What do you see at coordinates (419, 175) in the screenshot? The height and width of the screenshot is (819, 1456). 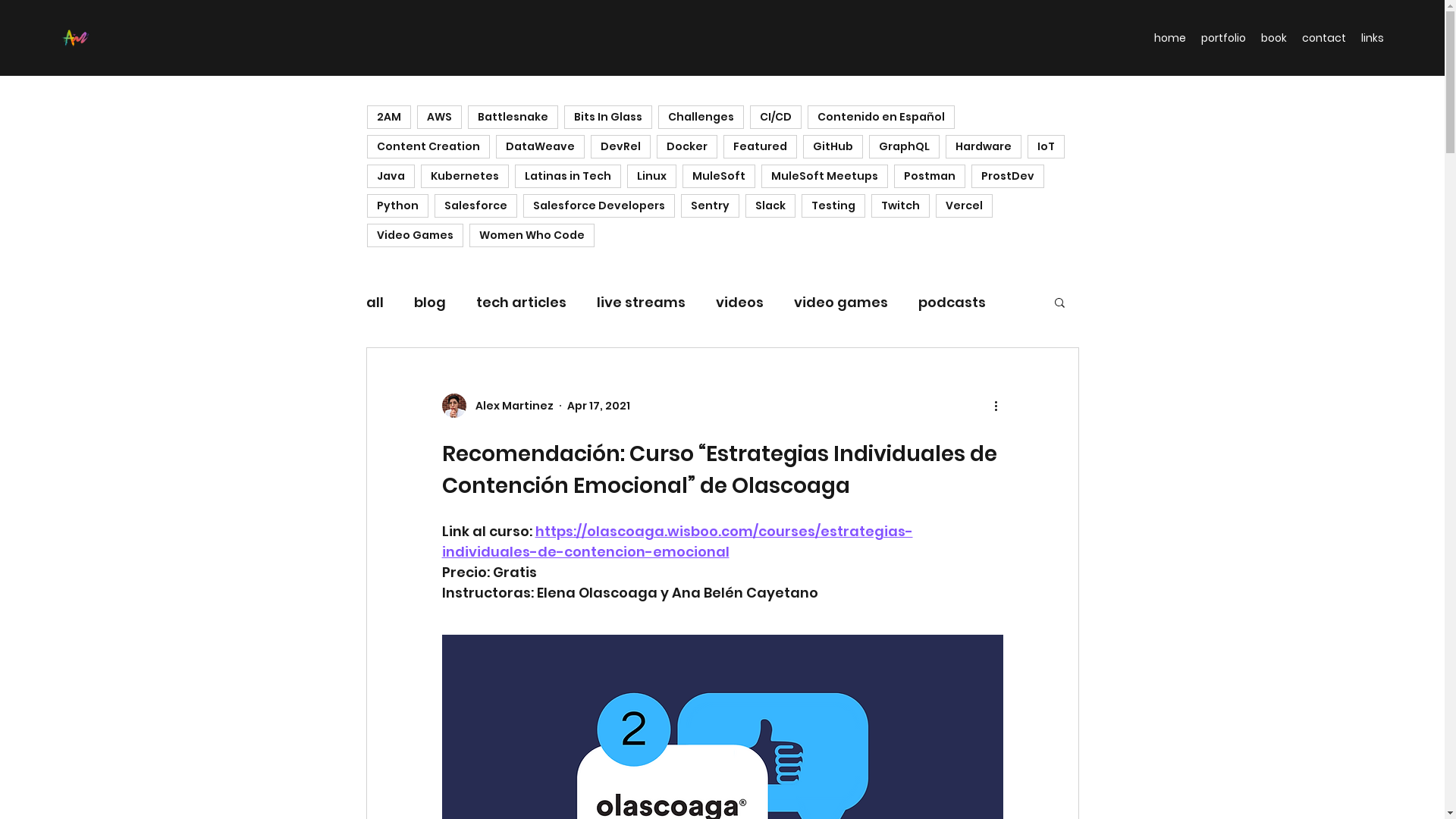 I see `'Kubernetes'` at bounding box center [419, 175].